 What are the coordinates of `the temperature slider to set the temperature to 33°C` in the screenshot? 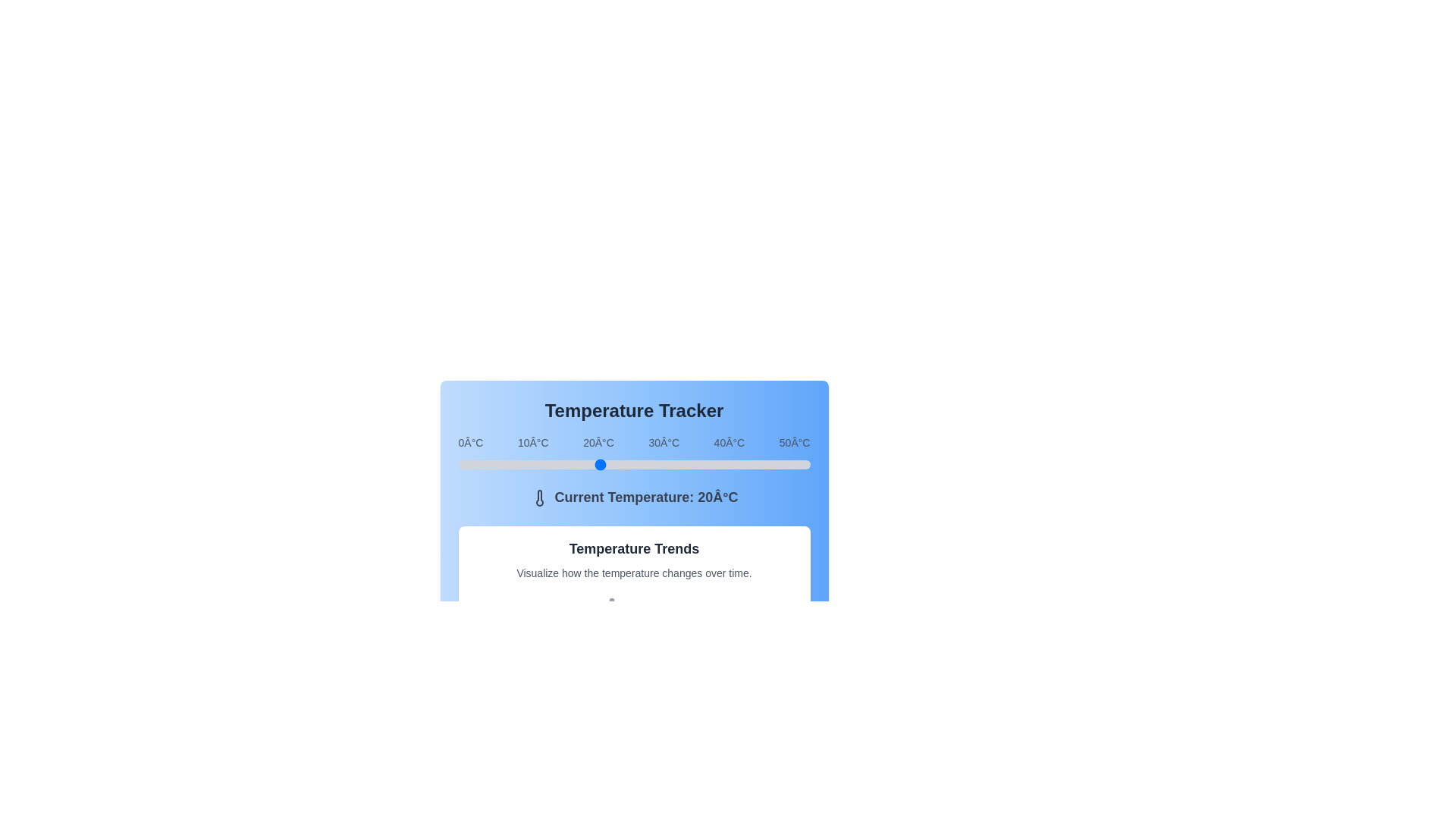 It's located at (689, 464).